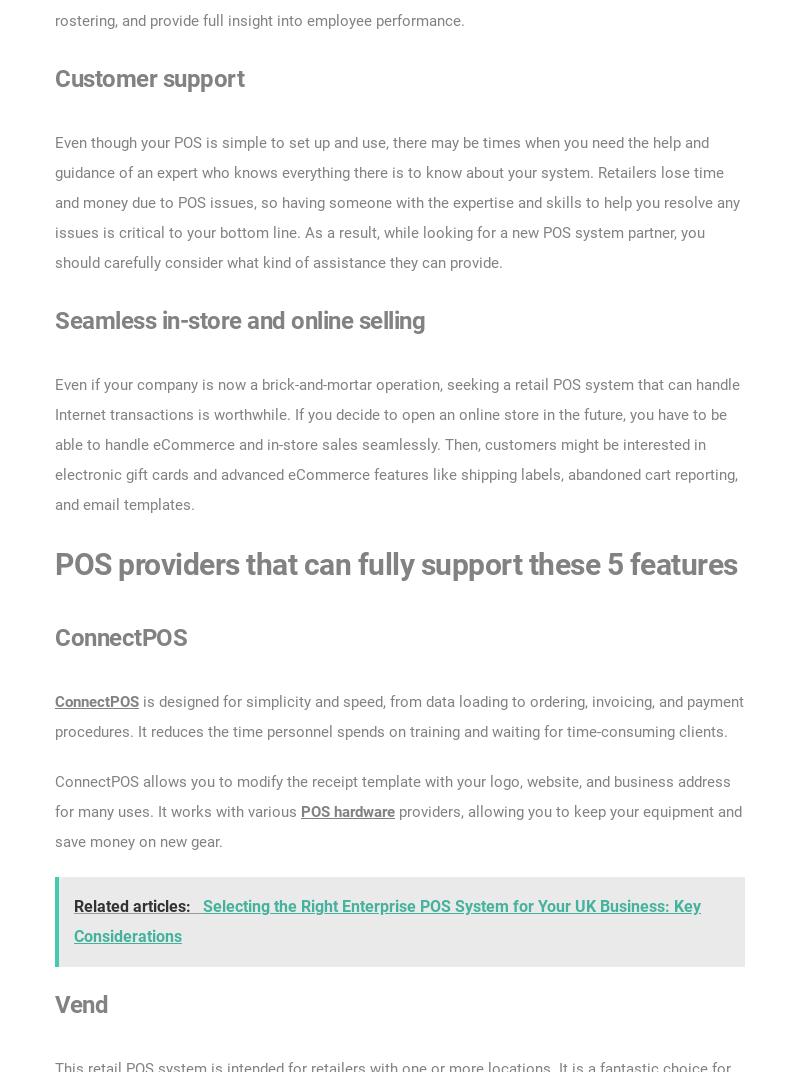 The image size is (800, 1072). I want to click on 'Vend', so click(54, 1003).